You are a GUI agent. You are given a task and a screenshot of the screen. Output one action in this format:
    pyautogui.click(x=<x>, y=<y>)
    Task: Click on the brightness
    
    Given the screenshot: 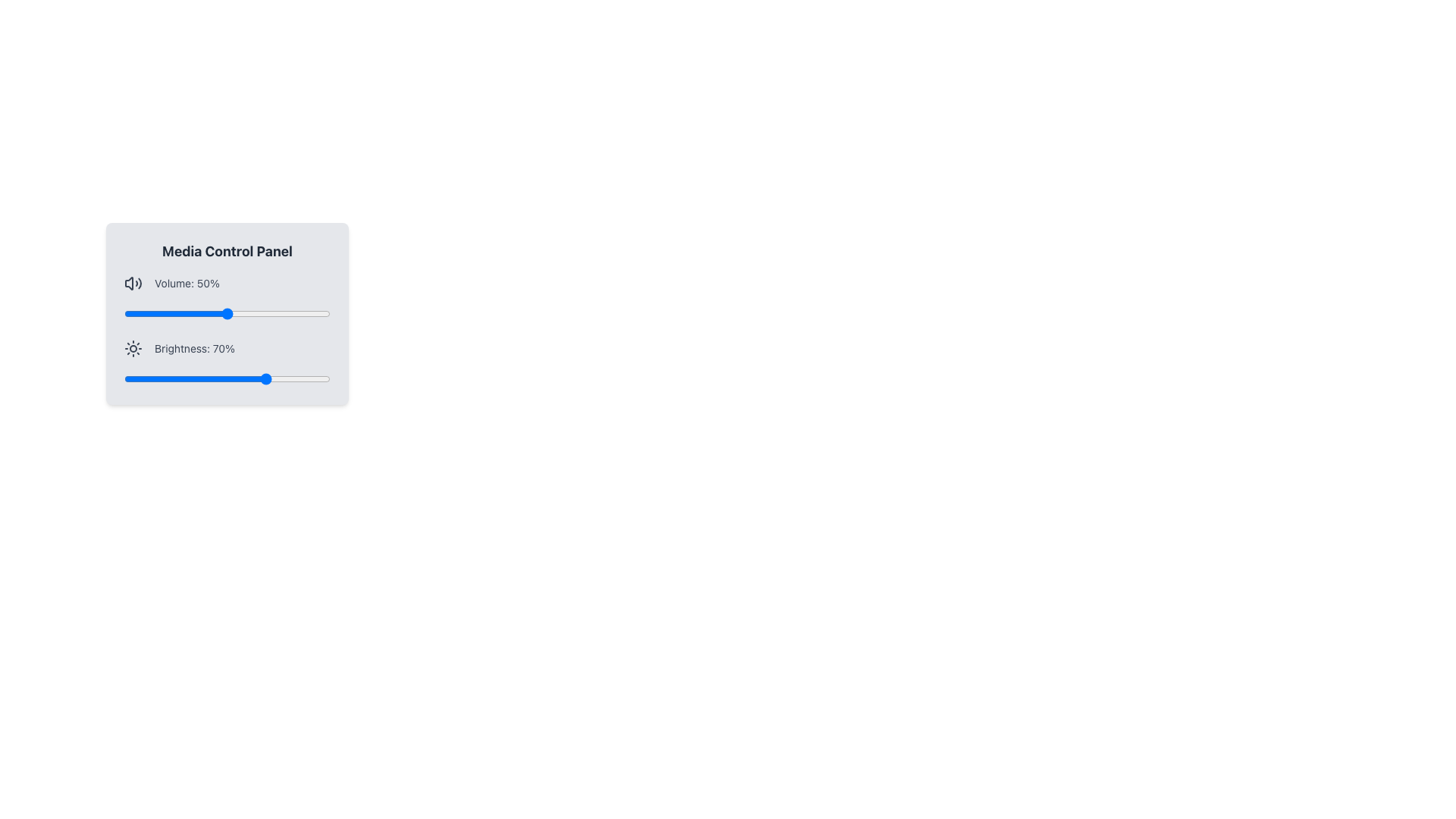 What is the action you would take?
    pyautogui.click(x=208, y=378)
    